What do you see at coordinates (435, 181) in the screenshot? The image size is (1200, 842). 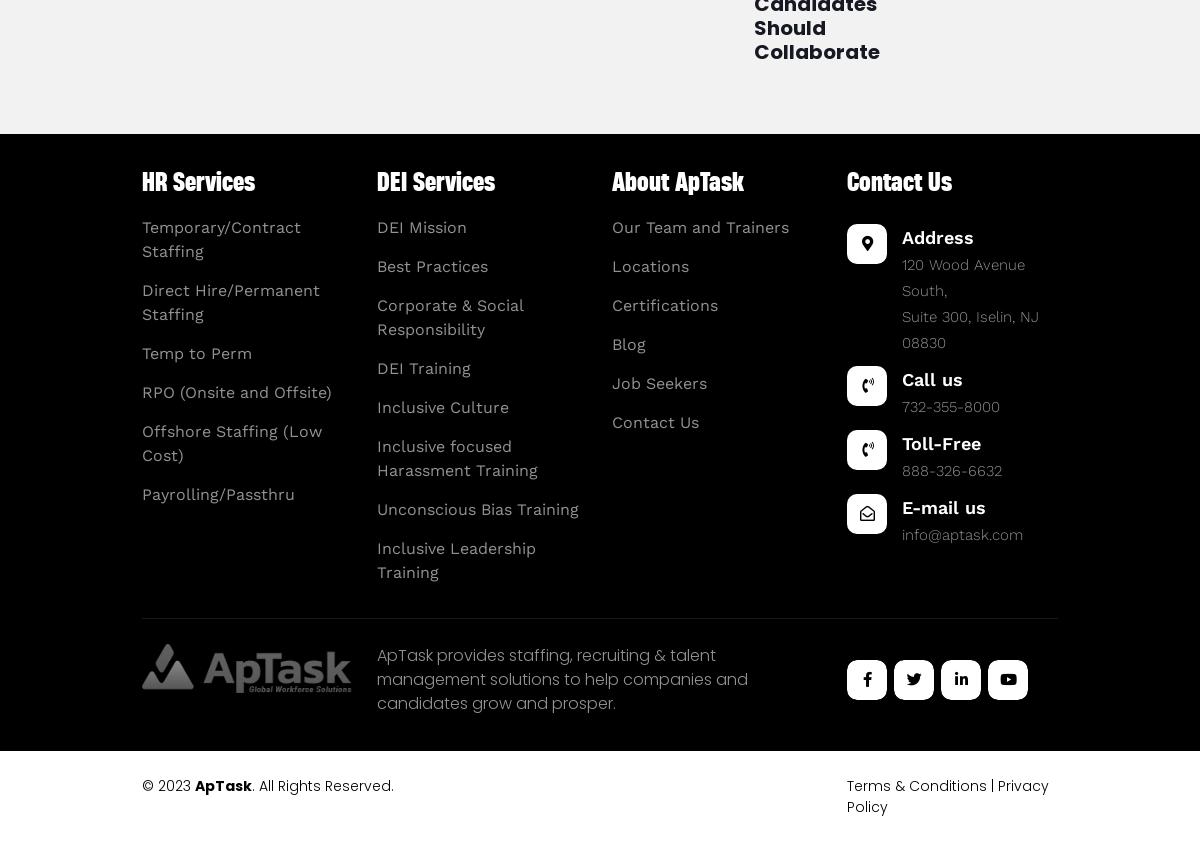 I see `'DEI Services'` at bounding box center [435, 181].